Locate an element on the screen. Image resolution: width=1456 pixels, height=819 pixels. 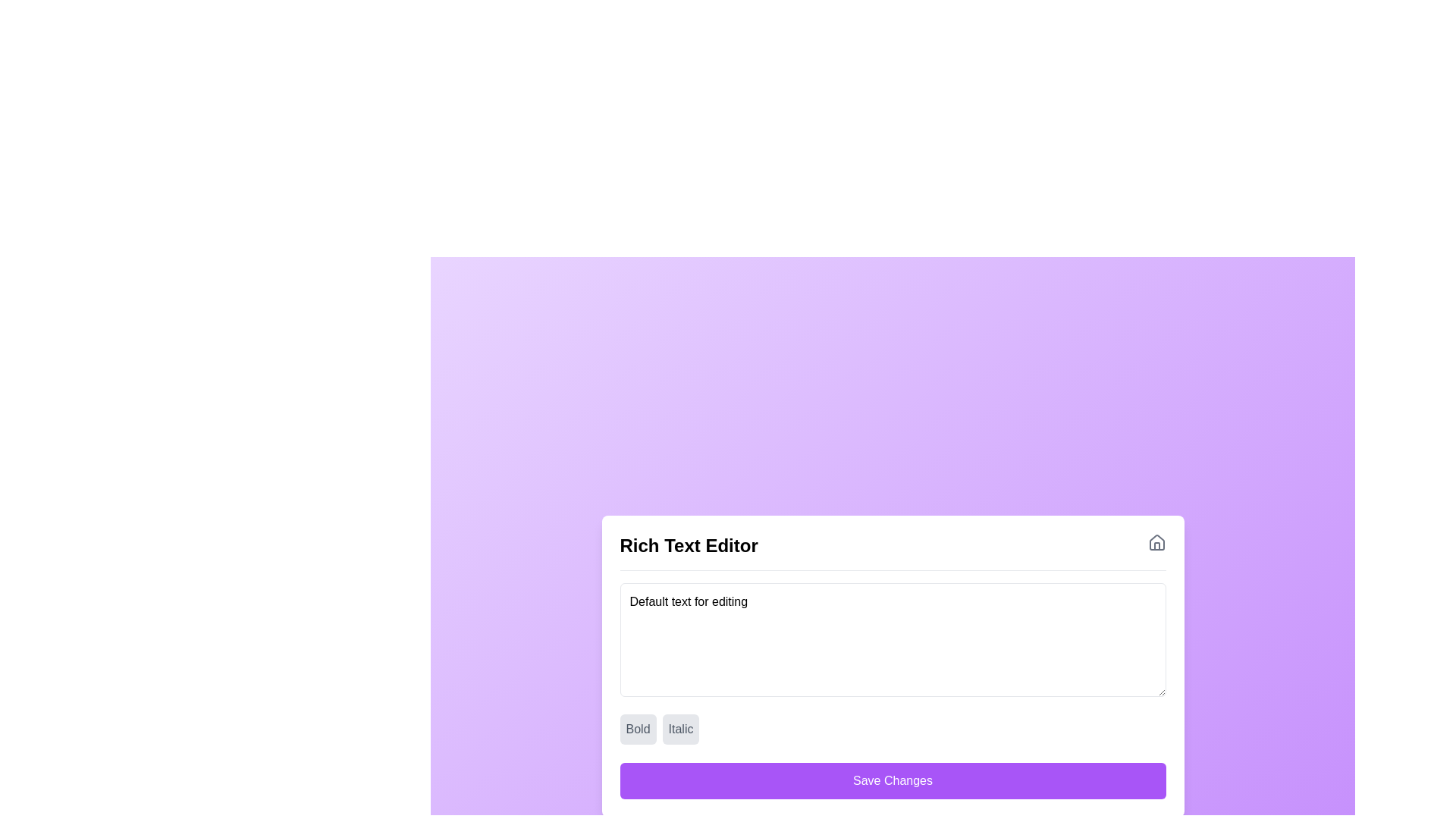
the home icon located in the upper-right corner of the interface, which is part of a graphical representation of a house shape is located at coordinates (1156, 546).